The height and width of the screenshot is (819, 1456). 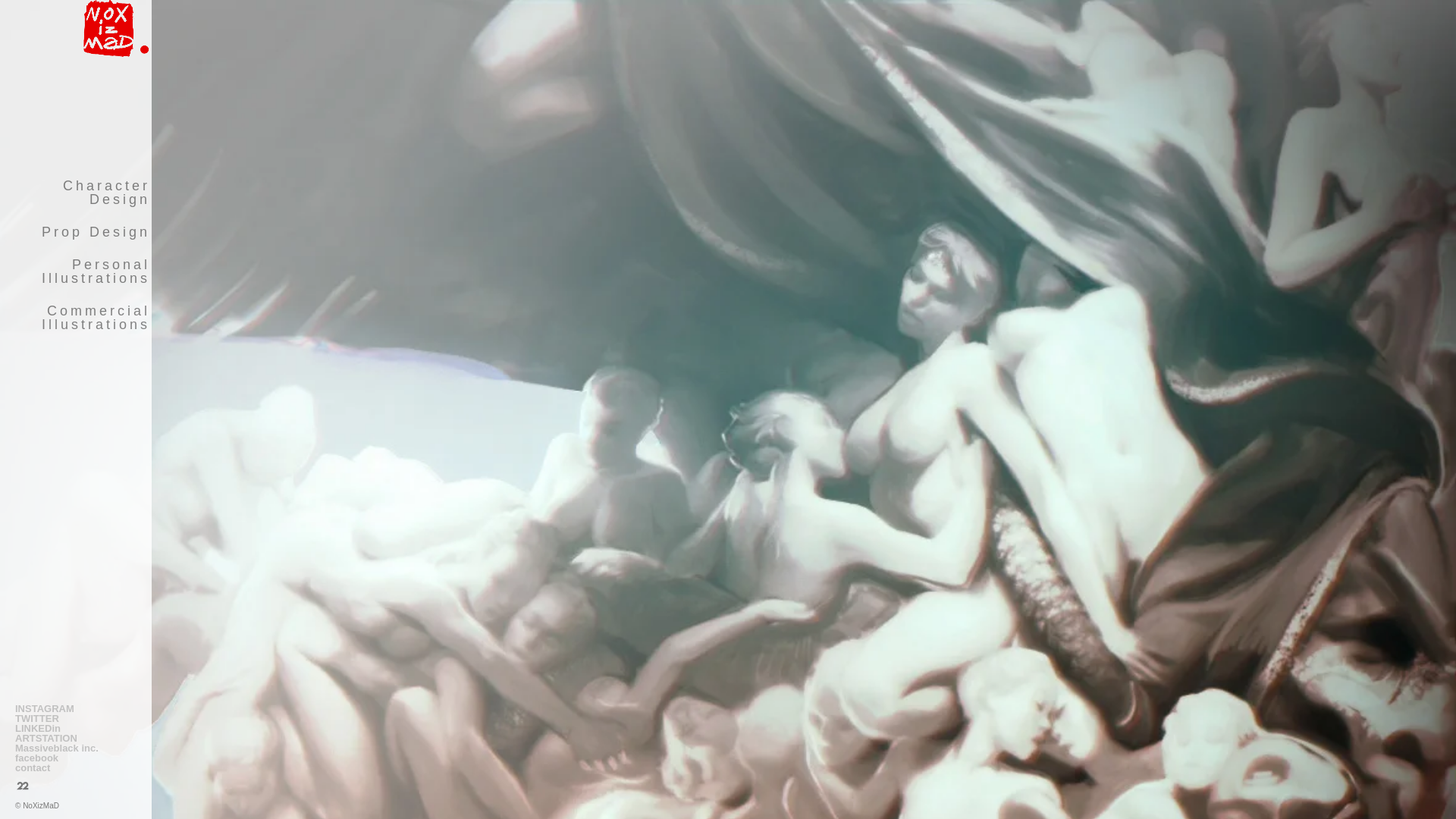 What do you see at coordinates (14, 737) in the screenshot?
I see `'ARTSTATION'` at bounding box center [14, 737].